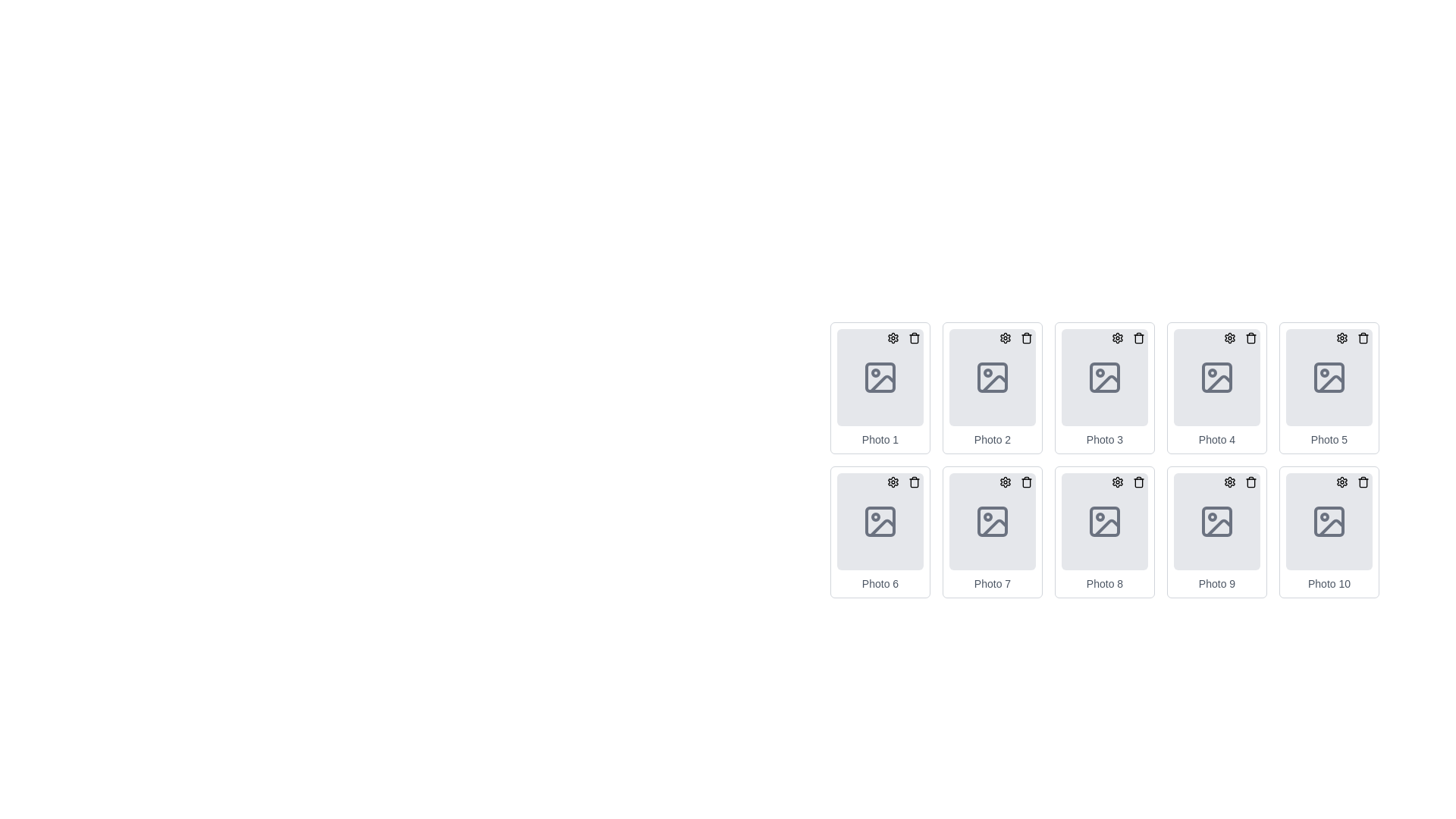  I want to click on the Image placeholder box located at the top-left corner of the grid layout, which serves as a placeholder for a photo or image, so click(880, 388).